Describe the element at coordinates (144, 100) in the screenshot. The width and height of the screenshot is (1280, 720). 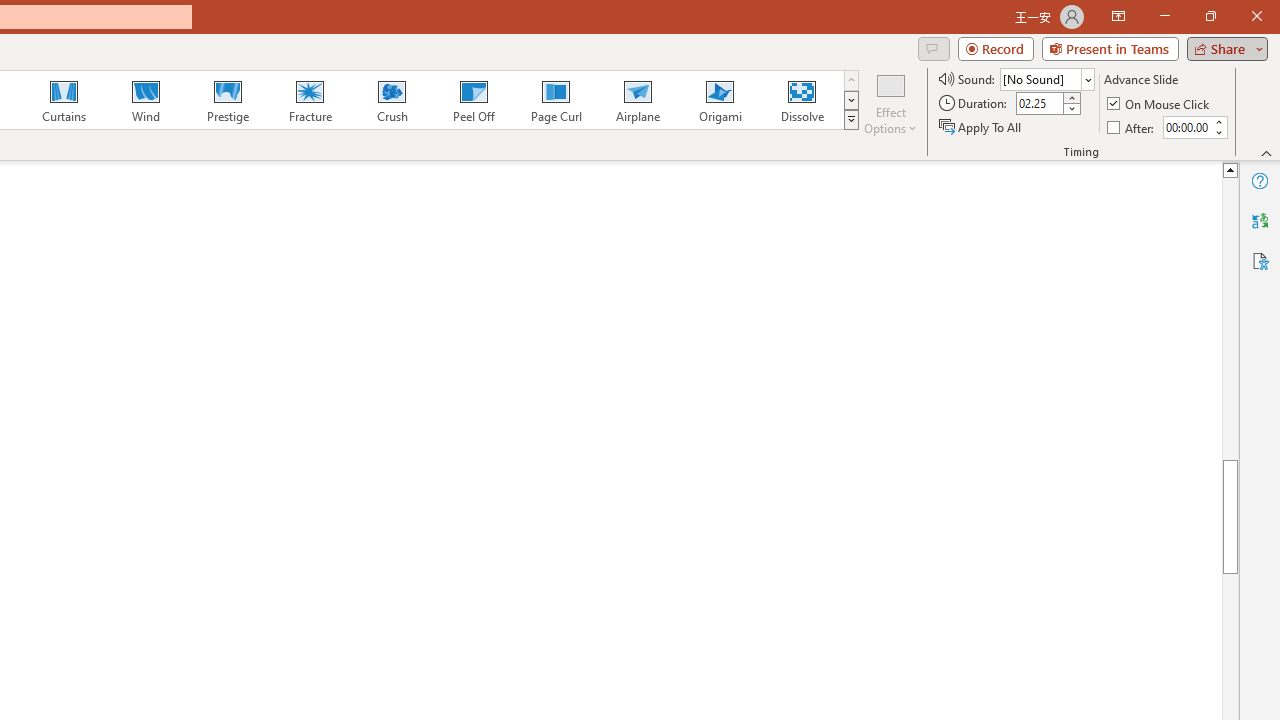
I see `'Wind'` at that location.